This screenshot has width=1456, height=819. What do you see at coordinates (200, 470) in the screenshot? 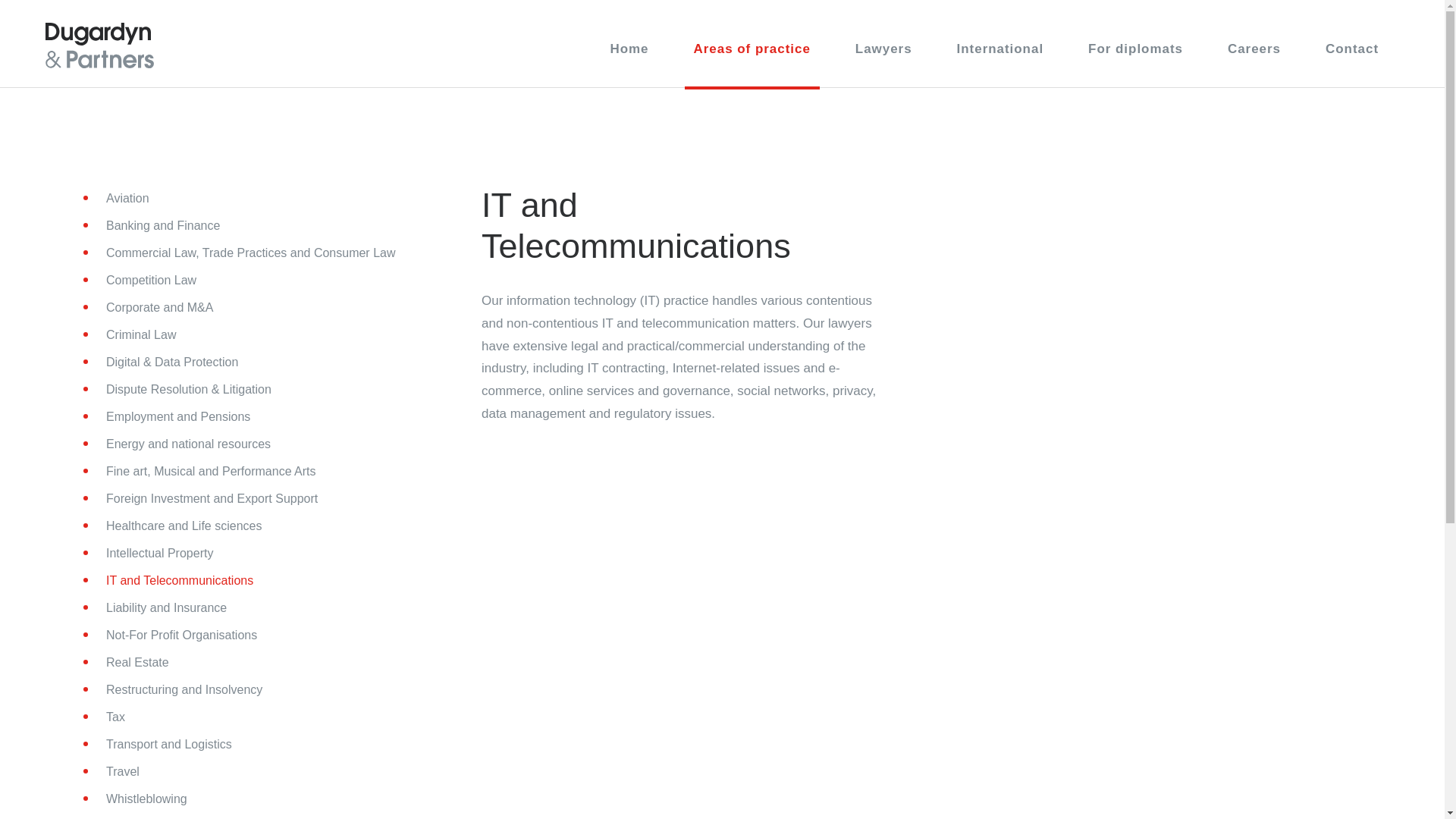
I see `'Fine art, Musical and Performance Arts'` at bounding box center [200, 470].